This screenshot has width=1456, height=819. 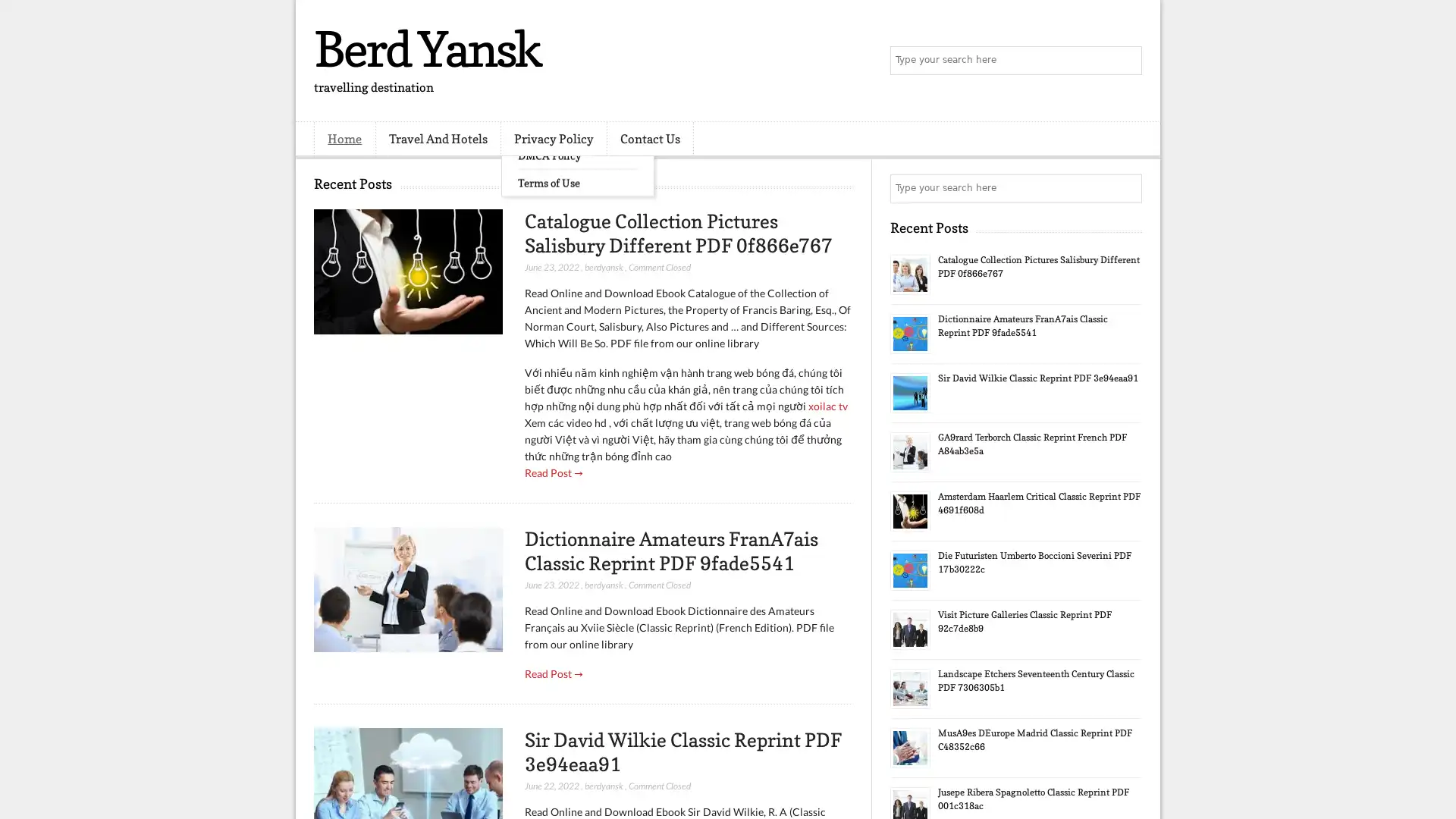 What do you see at coordinates (1126, 188) in the screenshot?
I see `Search` at bounding box center [1126, 188].